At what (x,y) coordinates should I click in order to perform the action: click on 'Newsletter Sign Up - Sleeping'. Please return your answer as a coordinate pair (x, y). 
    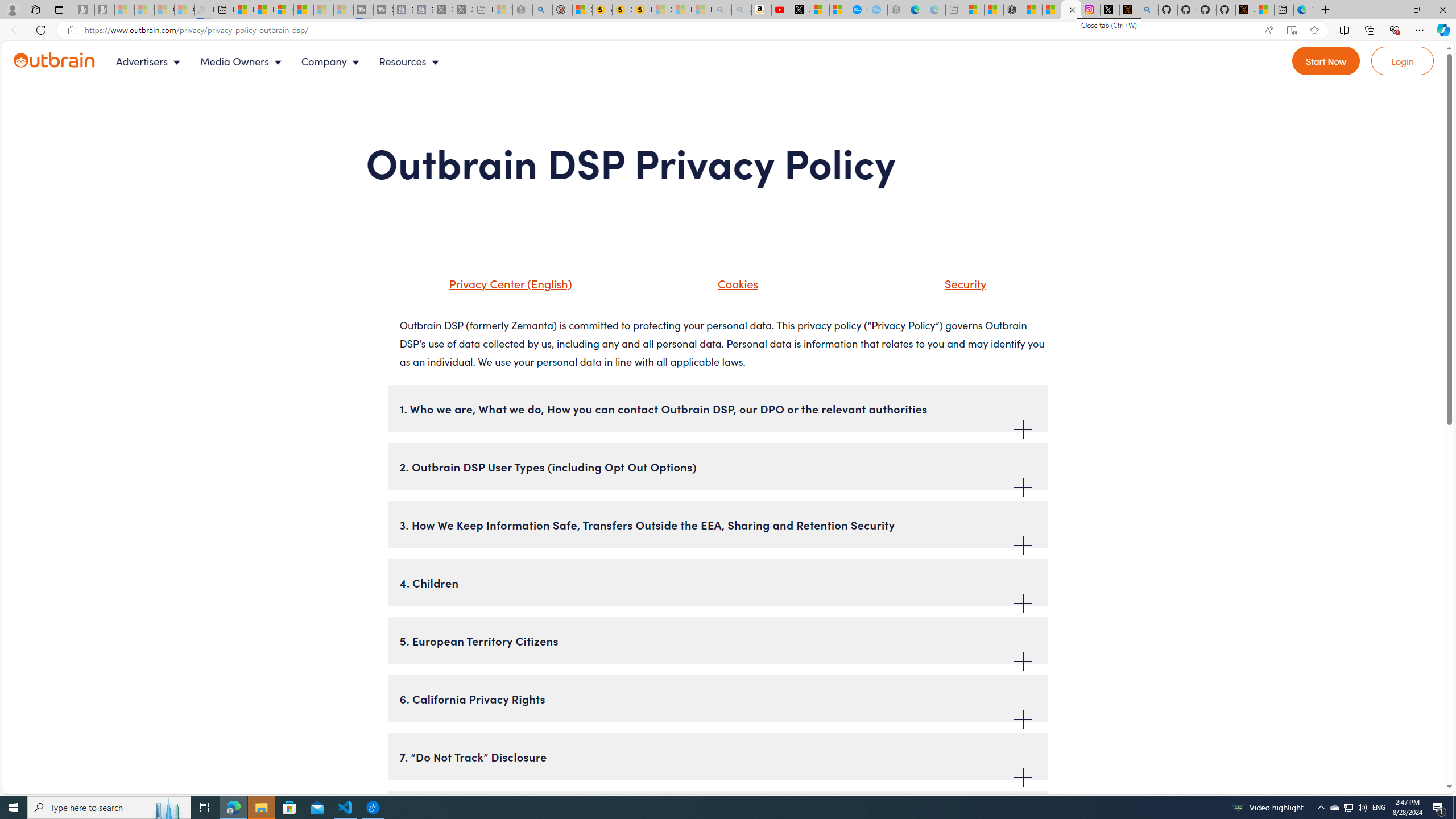
    Looking at the image, I should click on (104, 9).